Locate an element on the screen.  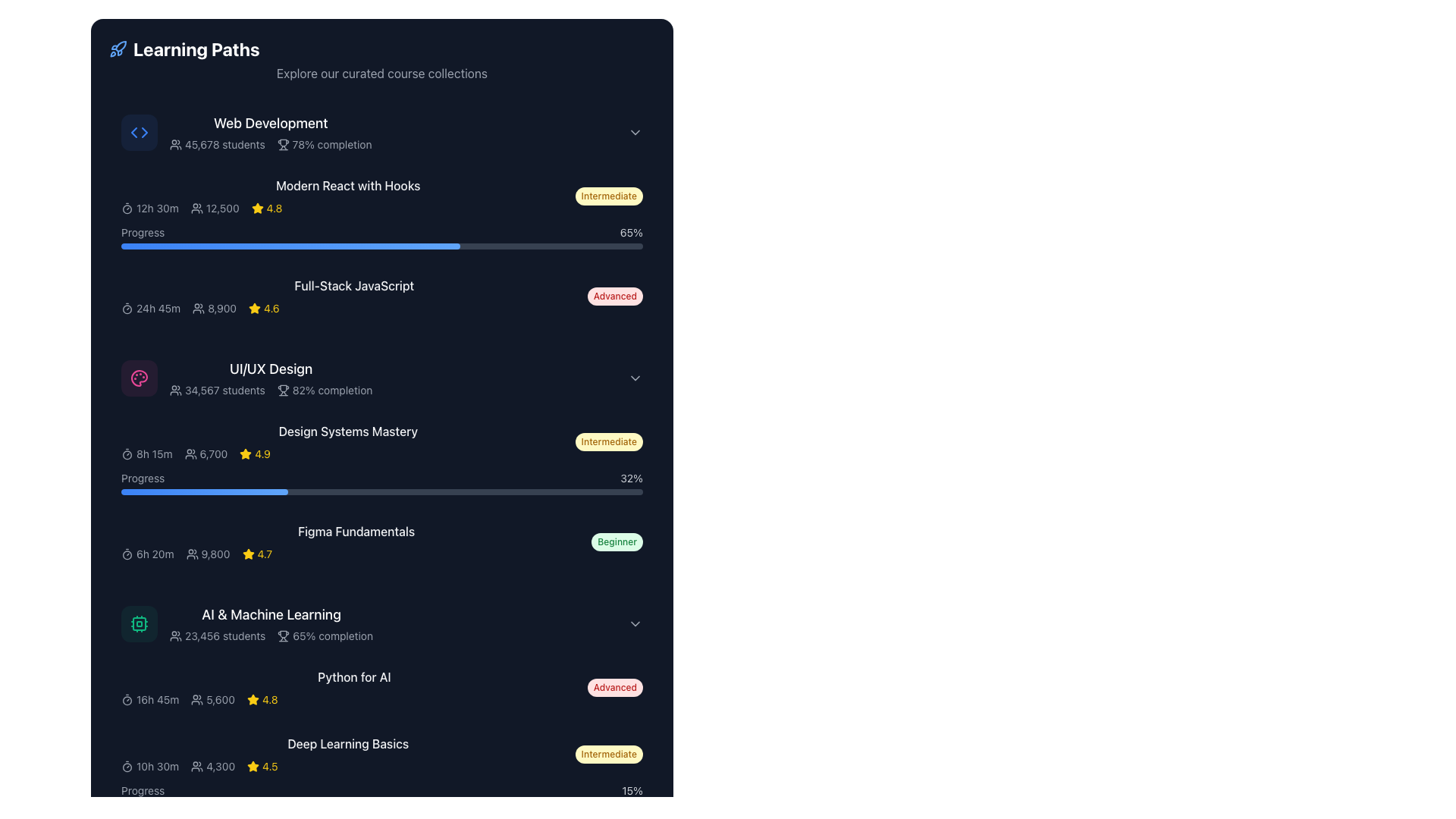
the outermost rounded rectangle of the microchip icon, which is styled in a greenish hue and serves as the border of the design is located at coordinates (139, 623).